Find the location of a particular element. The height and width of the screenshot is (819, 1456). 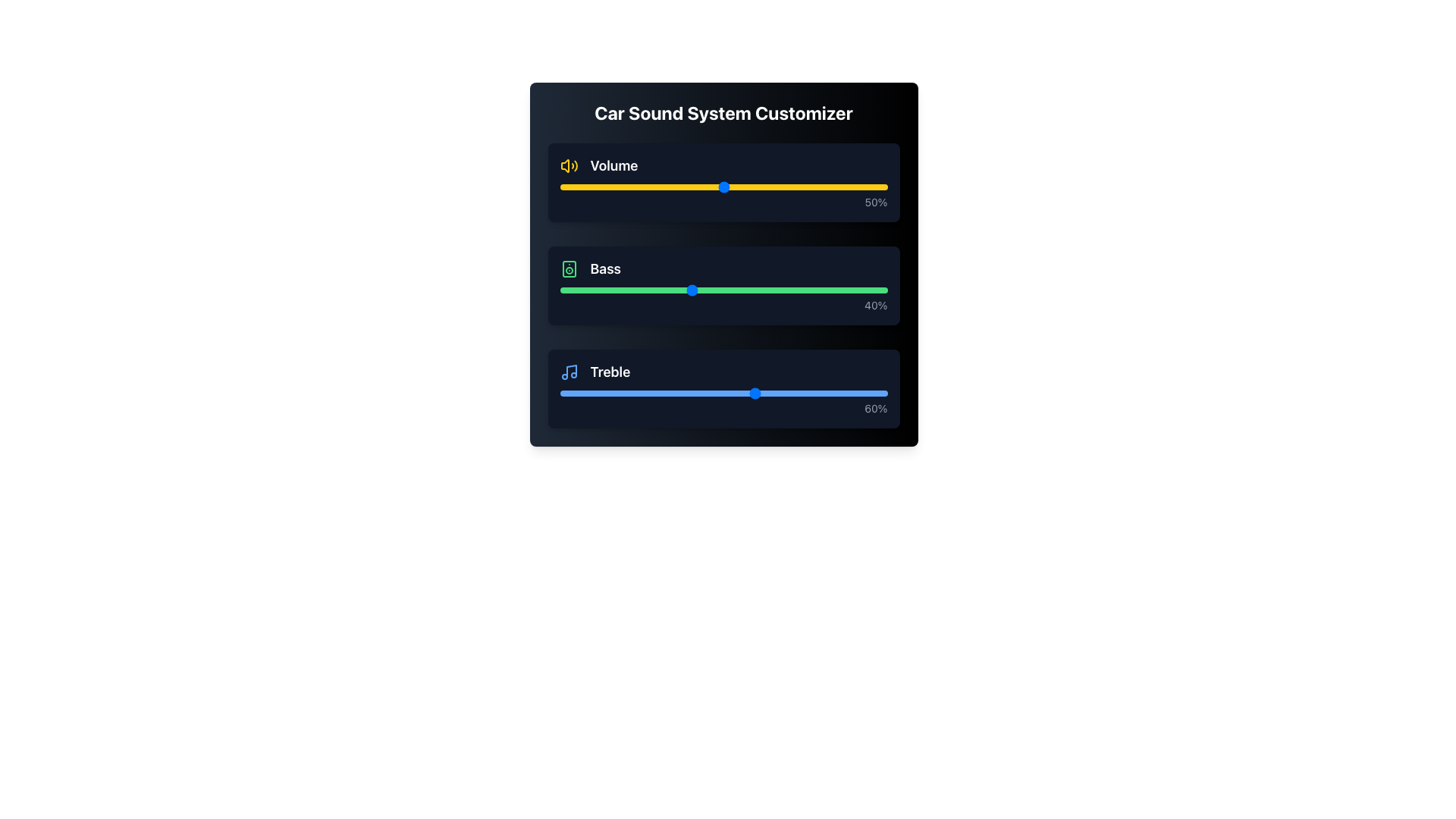

the treble level is located at coordinates (673, 393).